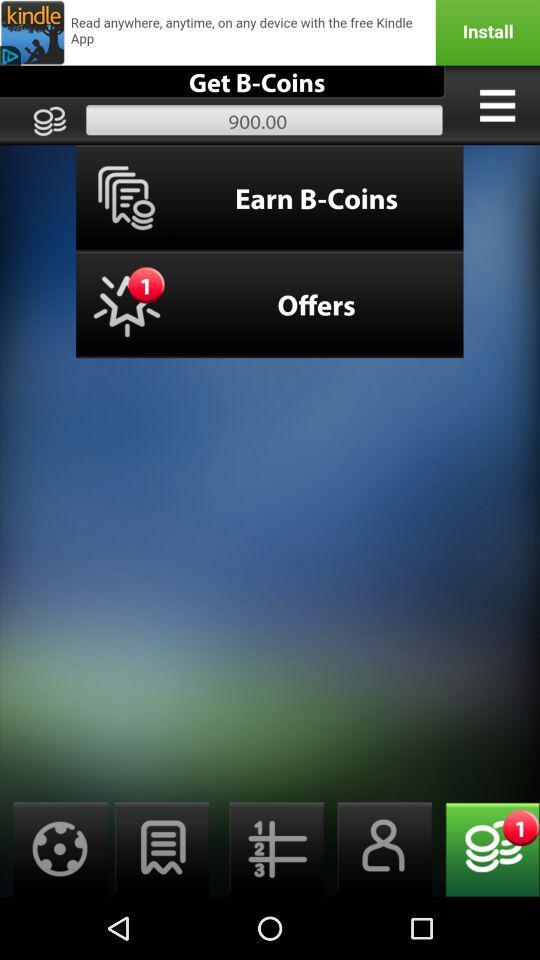 The image size is (540, 960). I want to click on visit advertised website, so click(270, 31).